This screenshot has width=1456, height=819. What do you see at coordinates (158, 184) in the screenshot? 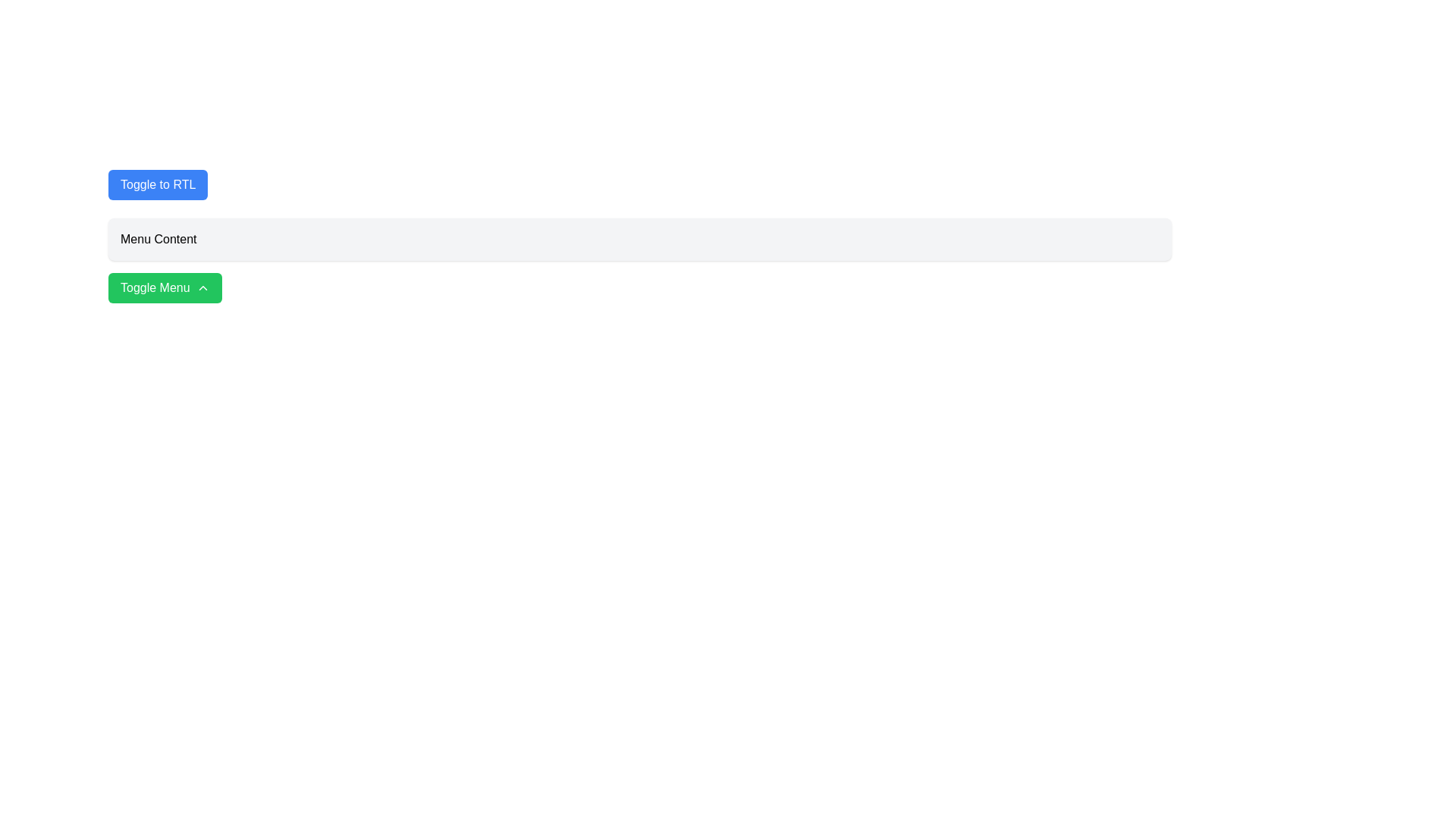
I see `the blue button labeled 'Toggle to RTL'` at bounding box center [158, 184].